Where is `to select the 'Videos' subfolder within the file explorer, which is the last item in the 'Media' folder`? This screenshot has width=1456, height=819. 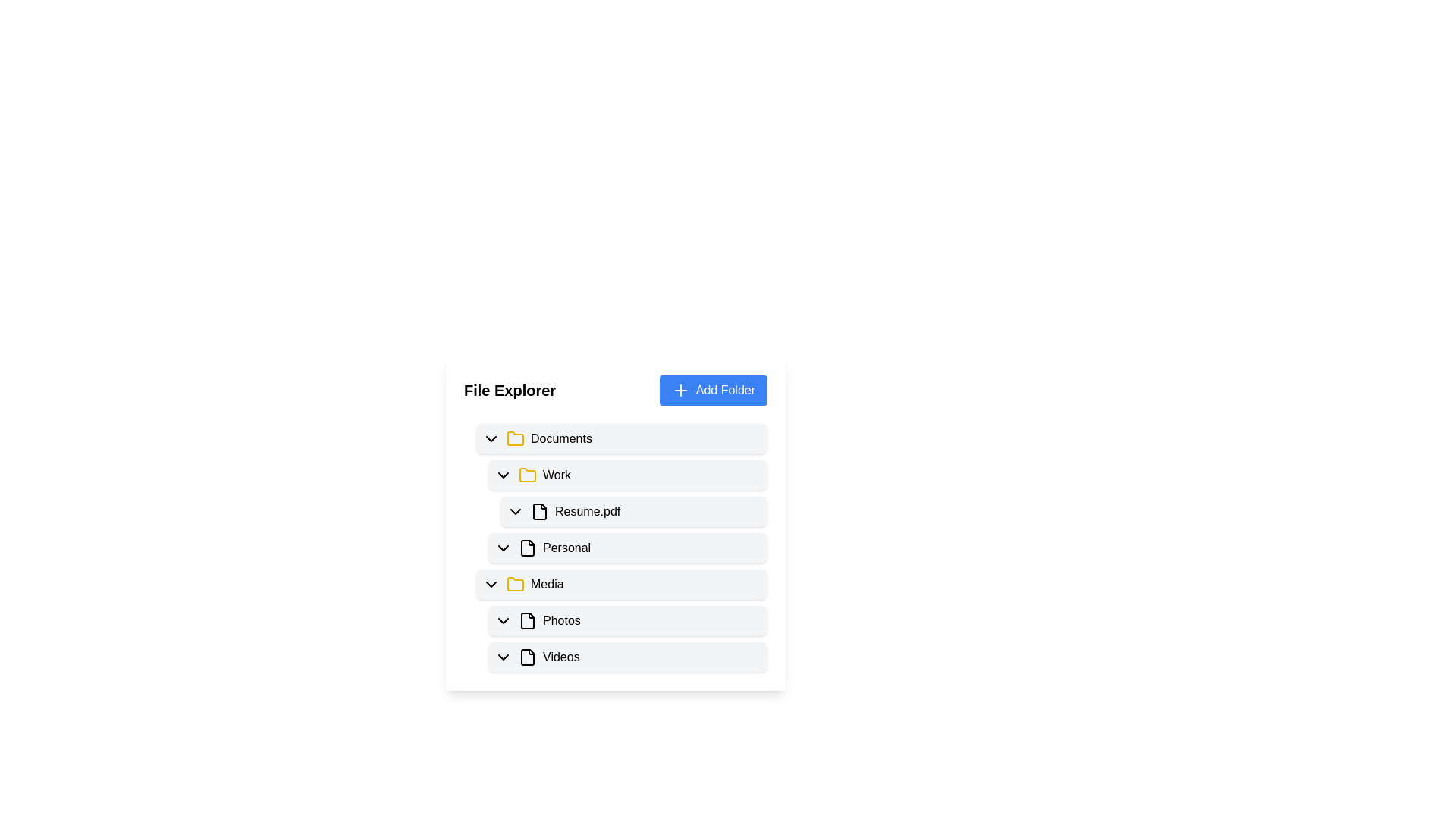
to select the 'Videos' subfolder within the file explorer, which is the last item in the 'Media' folder is located at coordinates (628, 657).